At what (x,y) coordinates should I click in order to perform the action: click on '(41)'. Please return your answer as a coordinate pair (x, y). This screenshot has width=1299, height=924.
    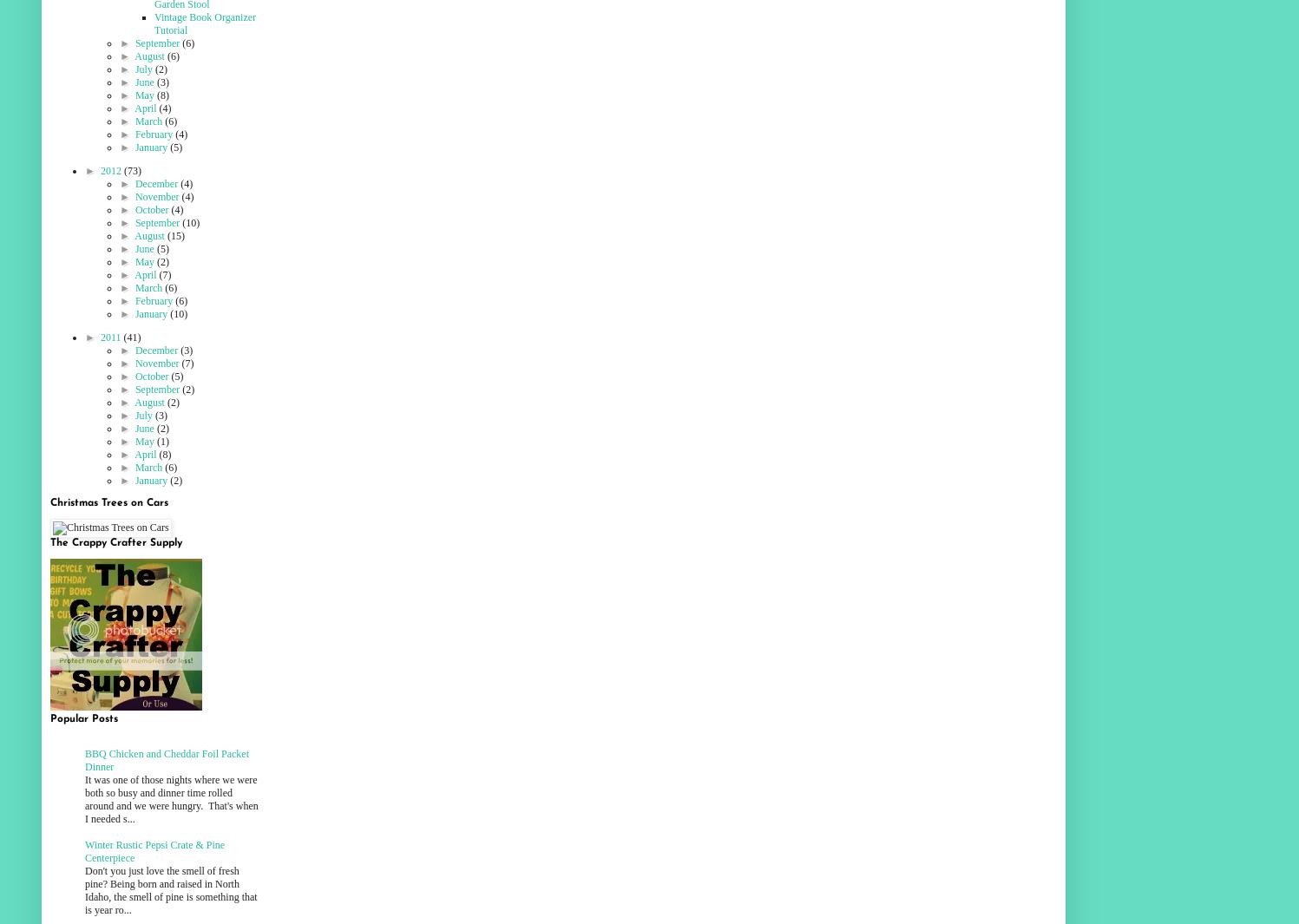
    Looking at the image, I should click on (130, 337).